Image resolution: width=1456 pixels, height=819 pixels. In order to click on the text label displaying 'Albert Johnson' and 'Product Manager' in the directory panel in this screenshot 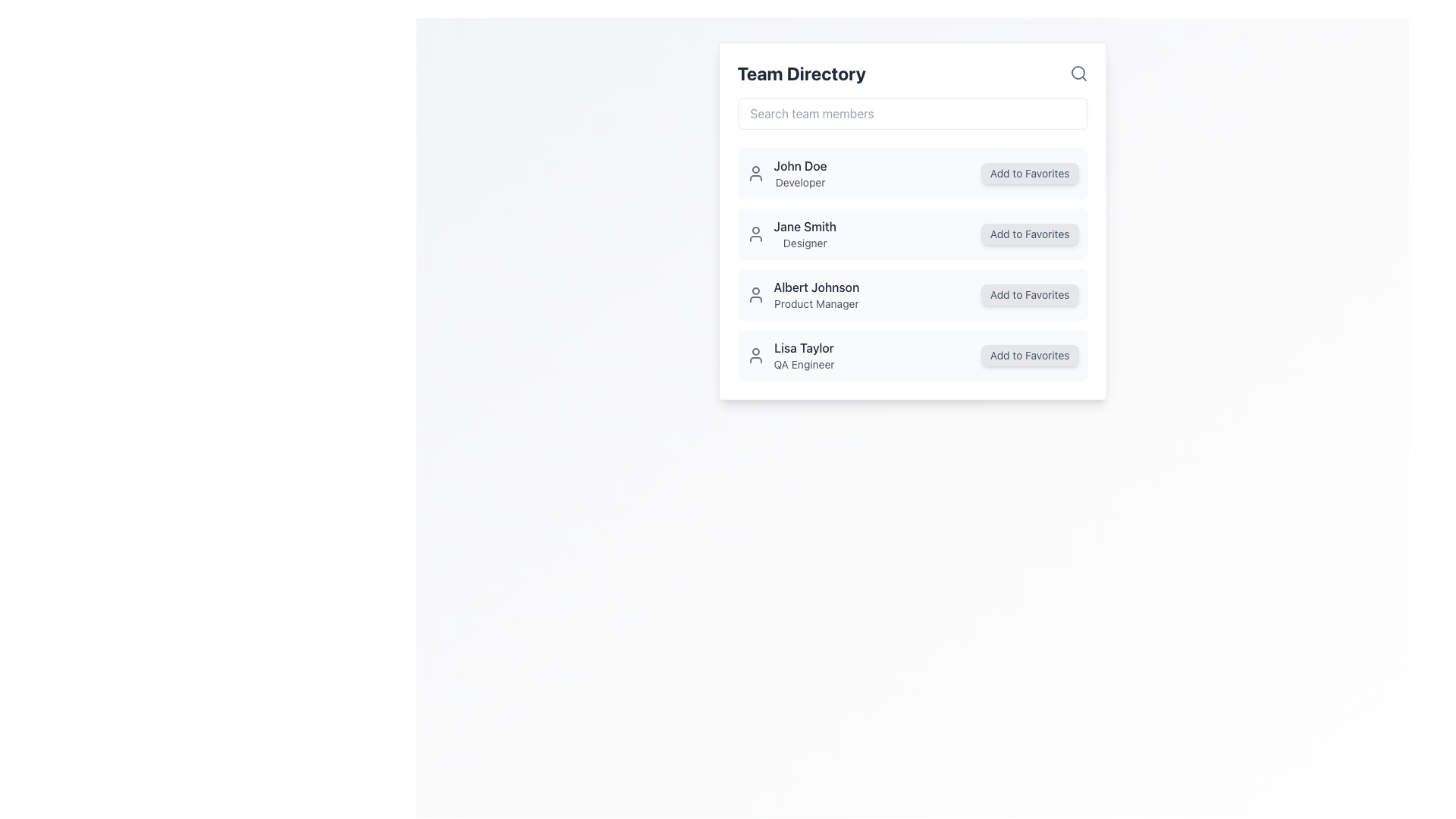, I will do `click(815, 295)`.